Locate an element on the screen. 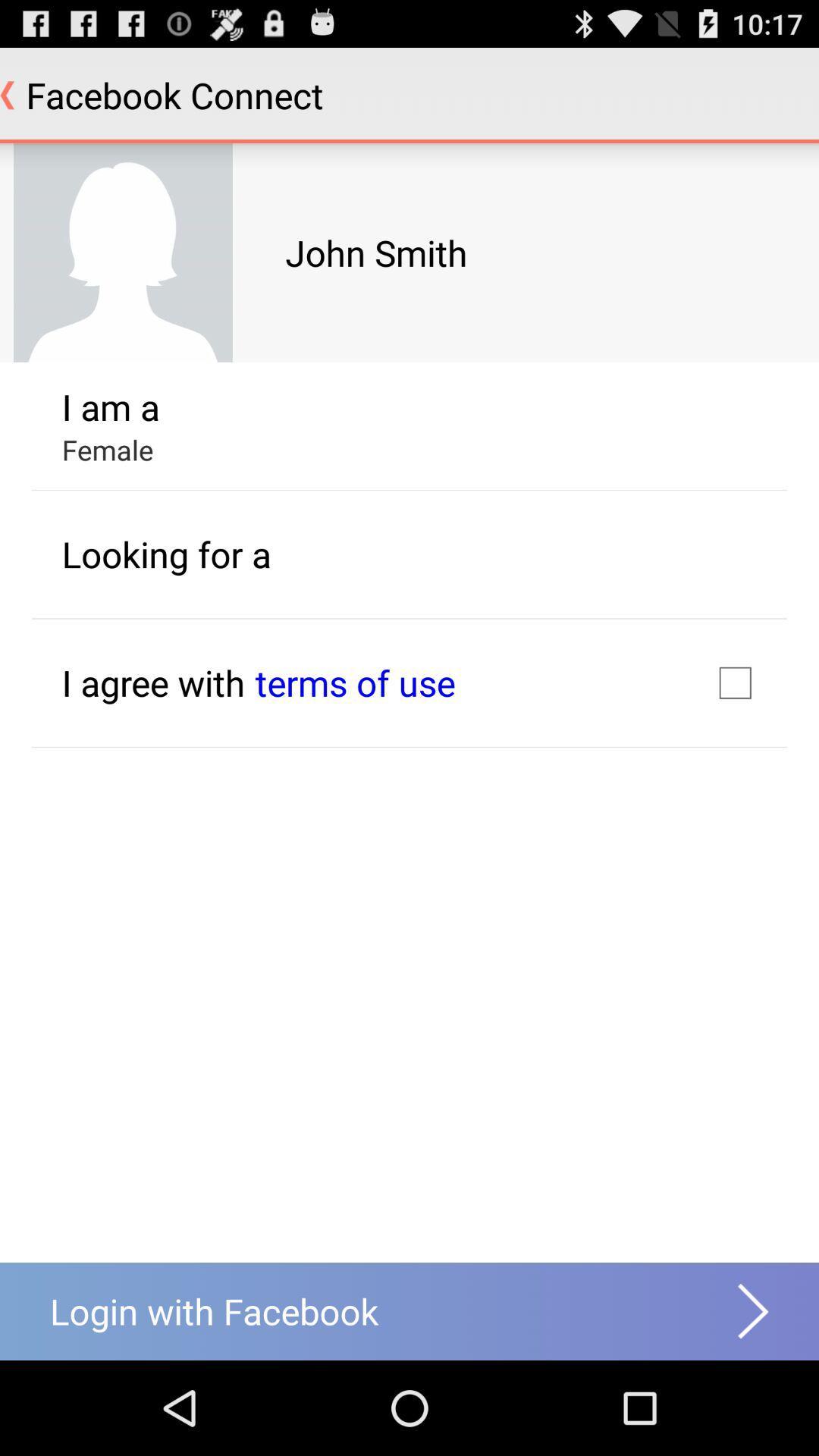 The height and width of the screenshot is (1456, 819). the item to the left of terms of use icon is located at coordinates (153, 682).